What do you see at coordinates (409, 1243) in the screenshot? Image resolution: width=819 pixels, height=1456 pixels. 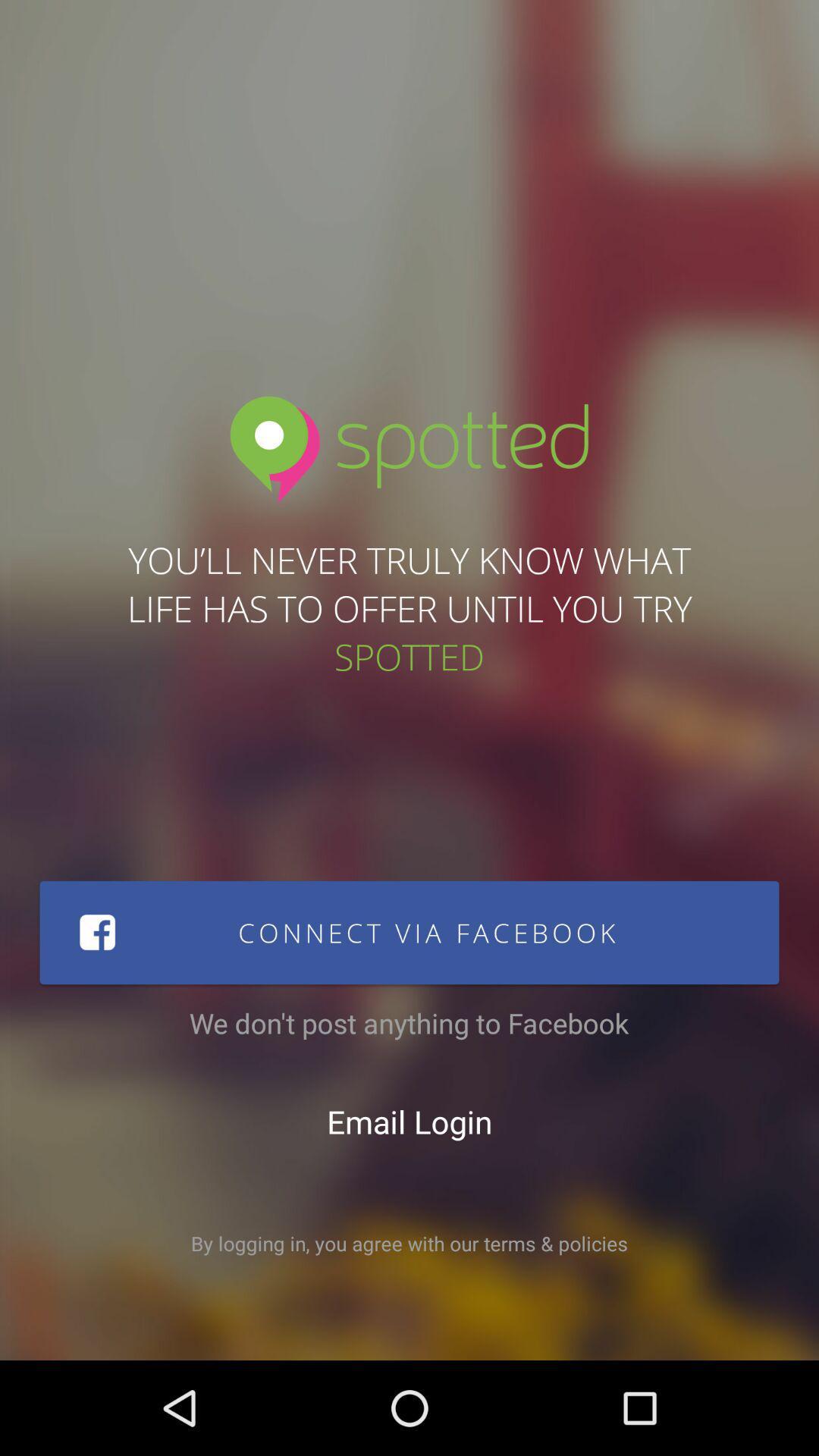 I see `the by logging in icon` at bounding box center [409, 1243].